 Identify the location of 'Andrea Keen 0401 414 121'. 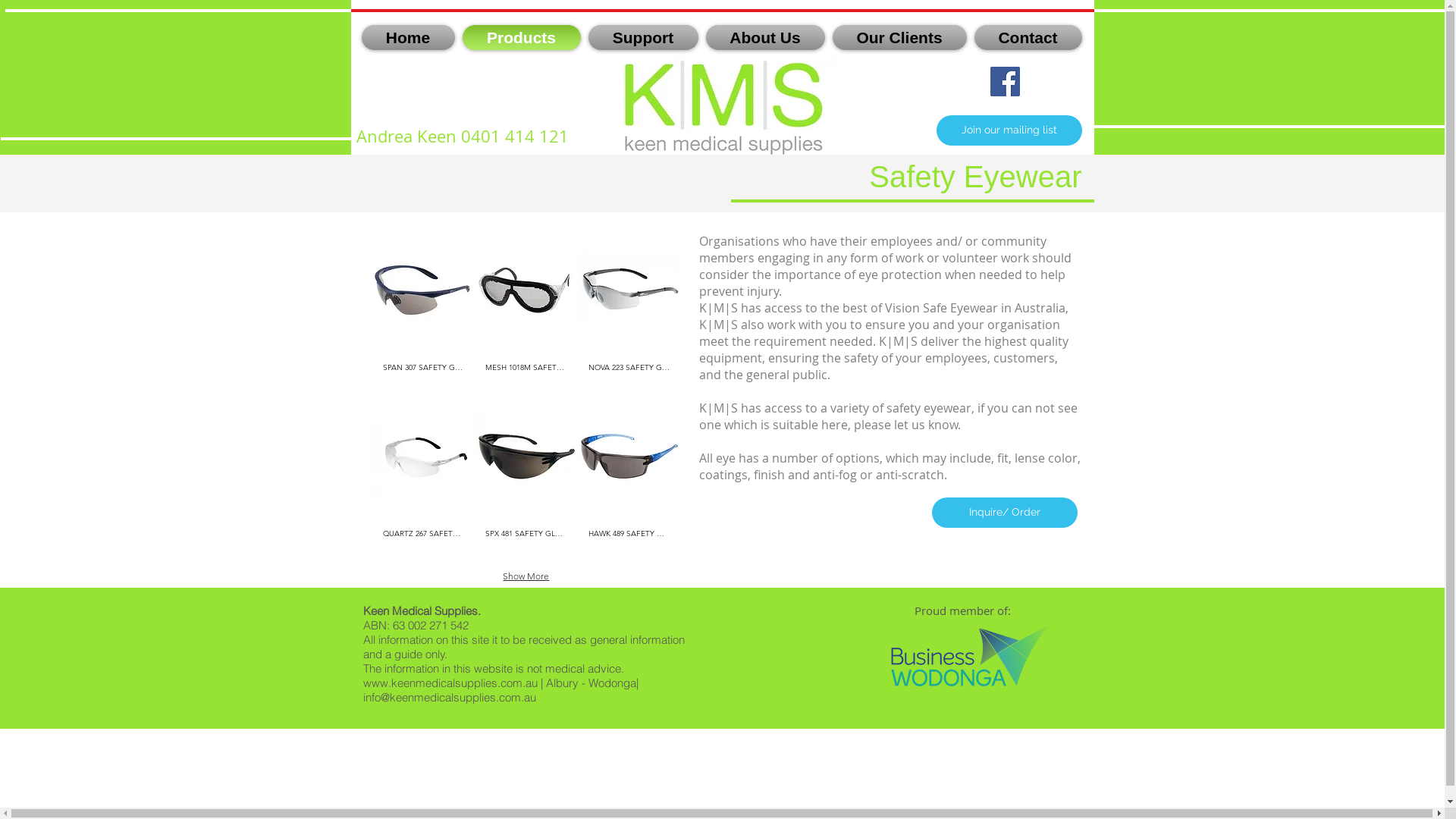
(461, 136).